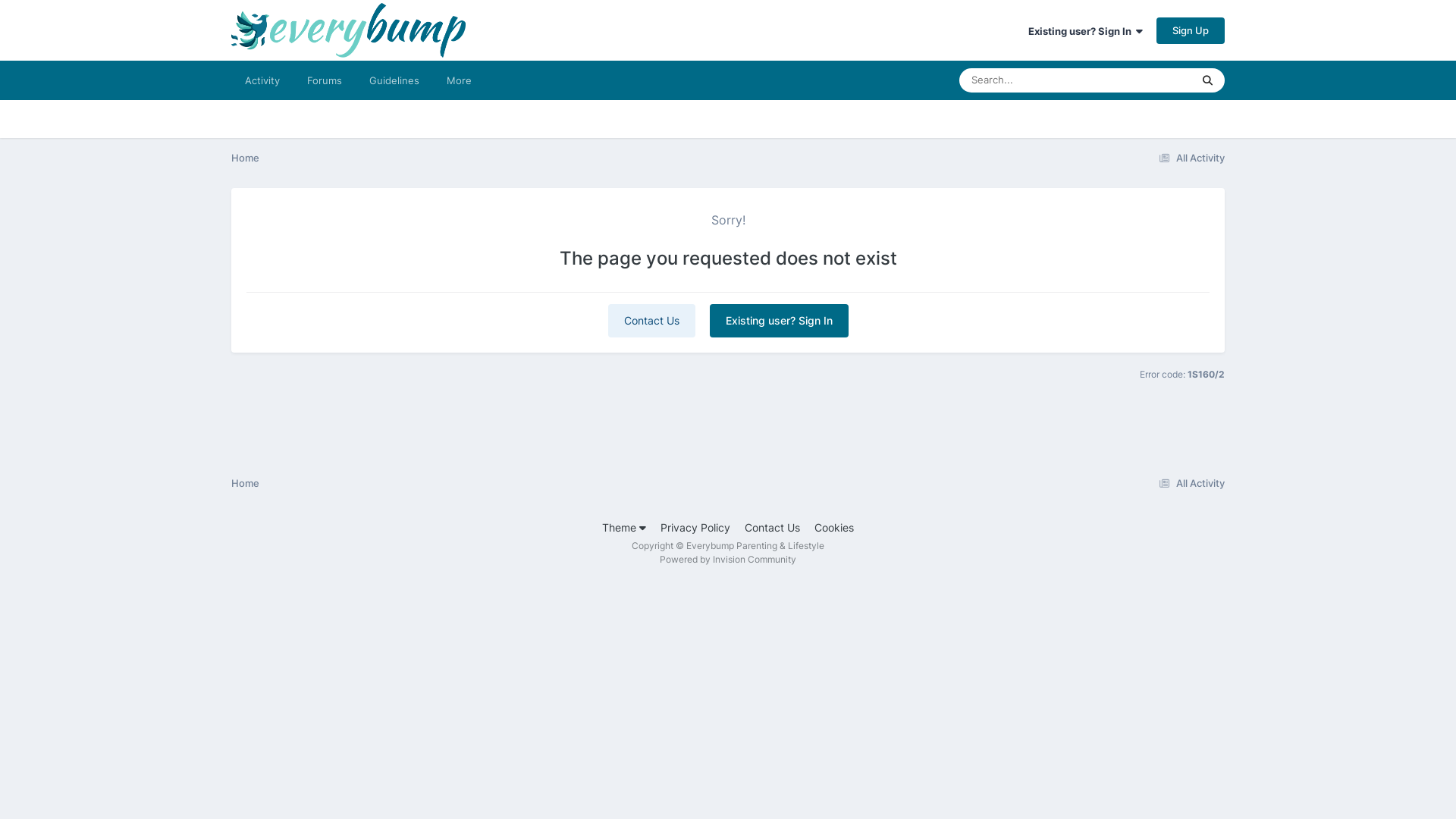 Image resolution: width=1456 pixels, height=819 pixels. I want to click on 'All Activity', so click(1153, 158).